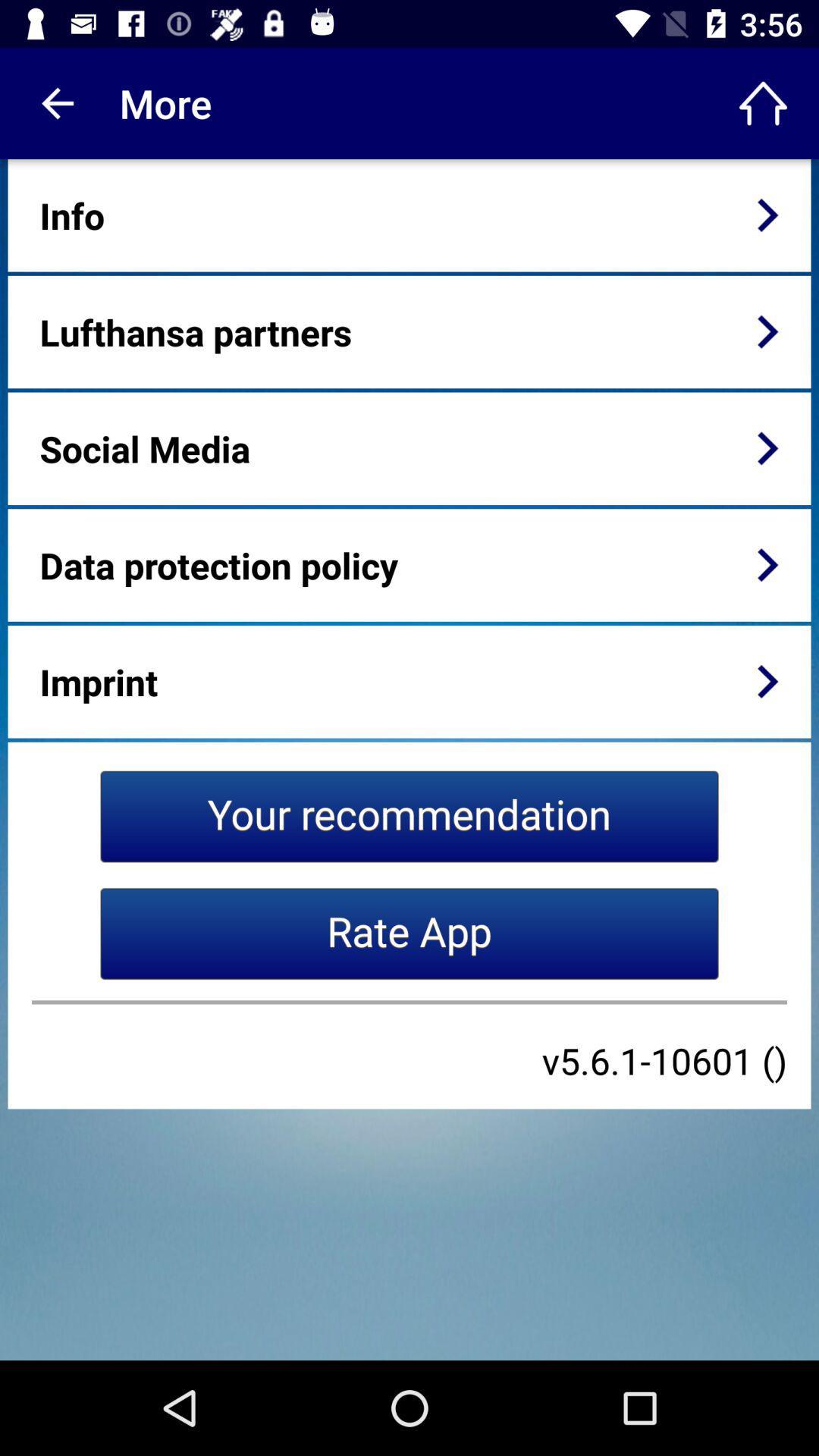  I want to click on the item above the rate app icon, so click(409, 815).